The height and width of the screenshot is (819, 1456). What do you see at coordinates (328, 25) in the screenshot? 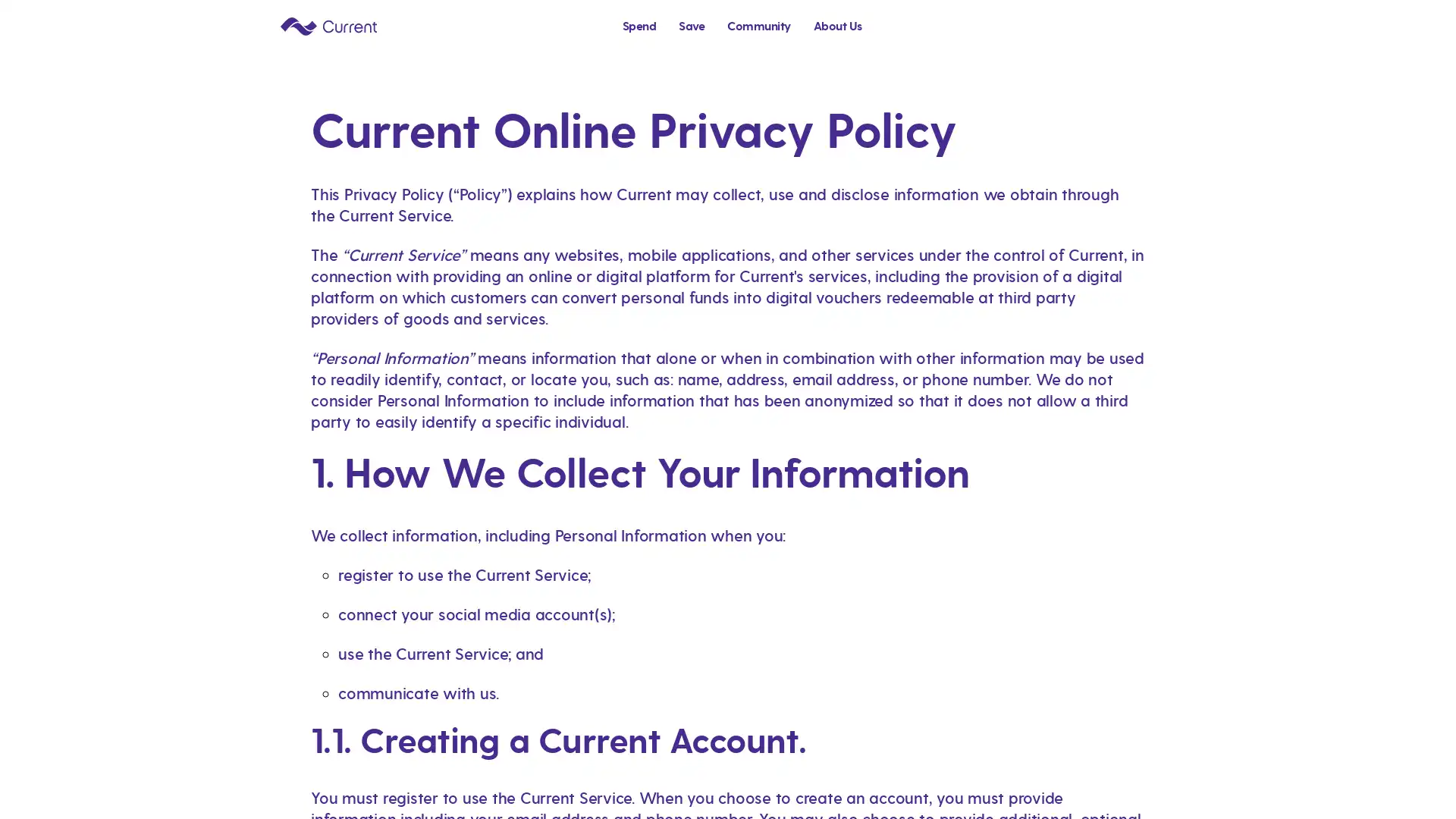
I see `Current logo` at bounding box center [328, 25].